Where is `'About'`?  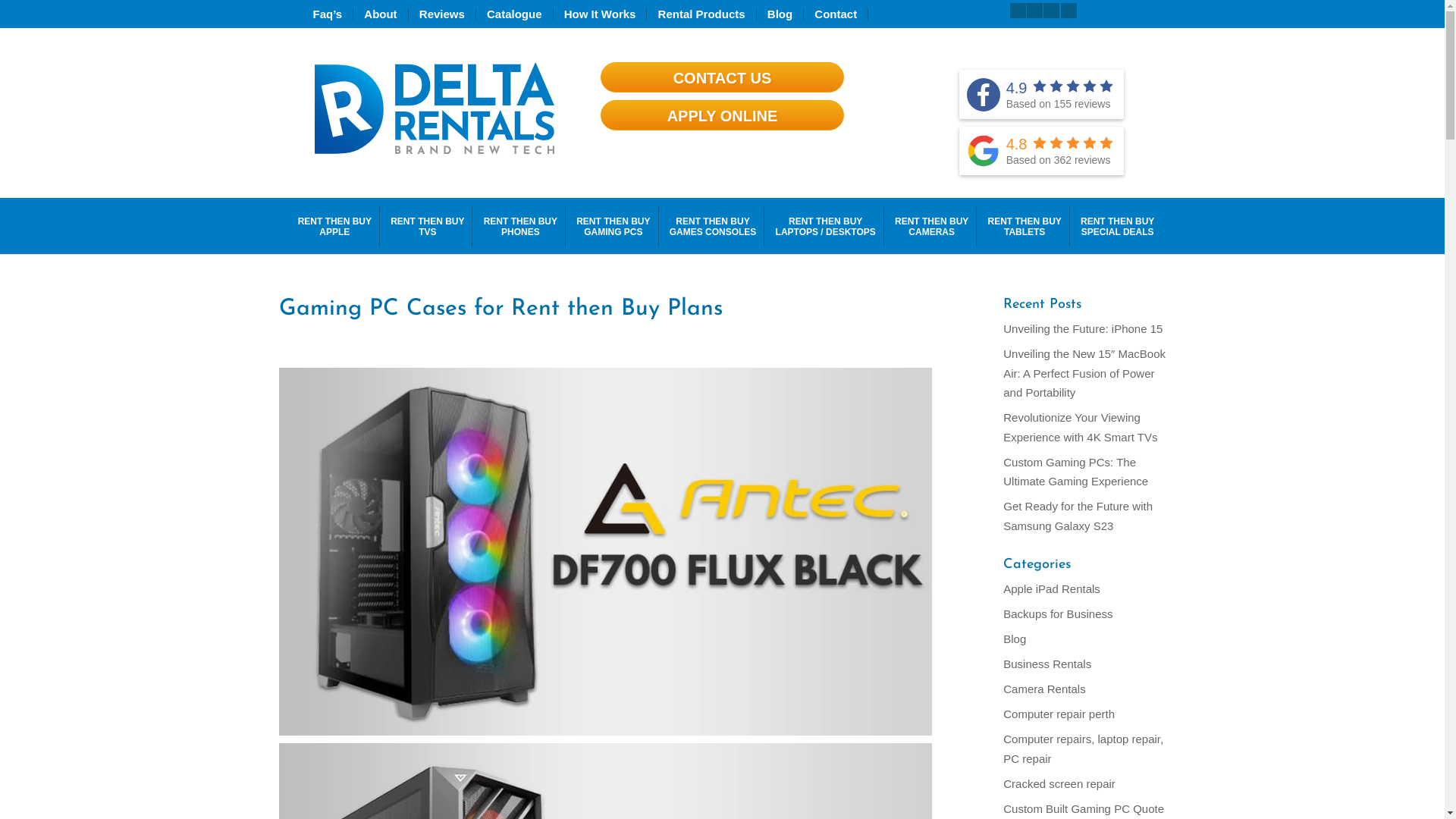
'About' is located at coordinates (385, 14).